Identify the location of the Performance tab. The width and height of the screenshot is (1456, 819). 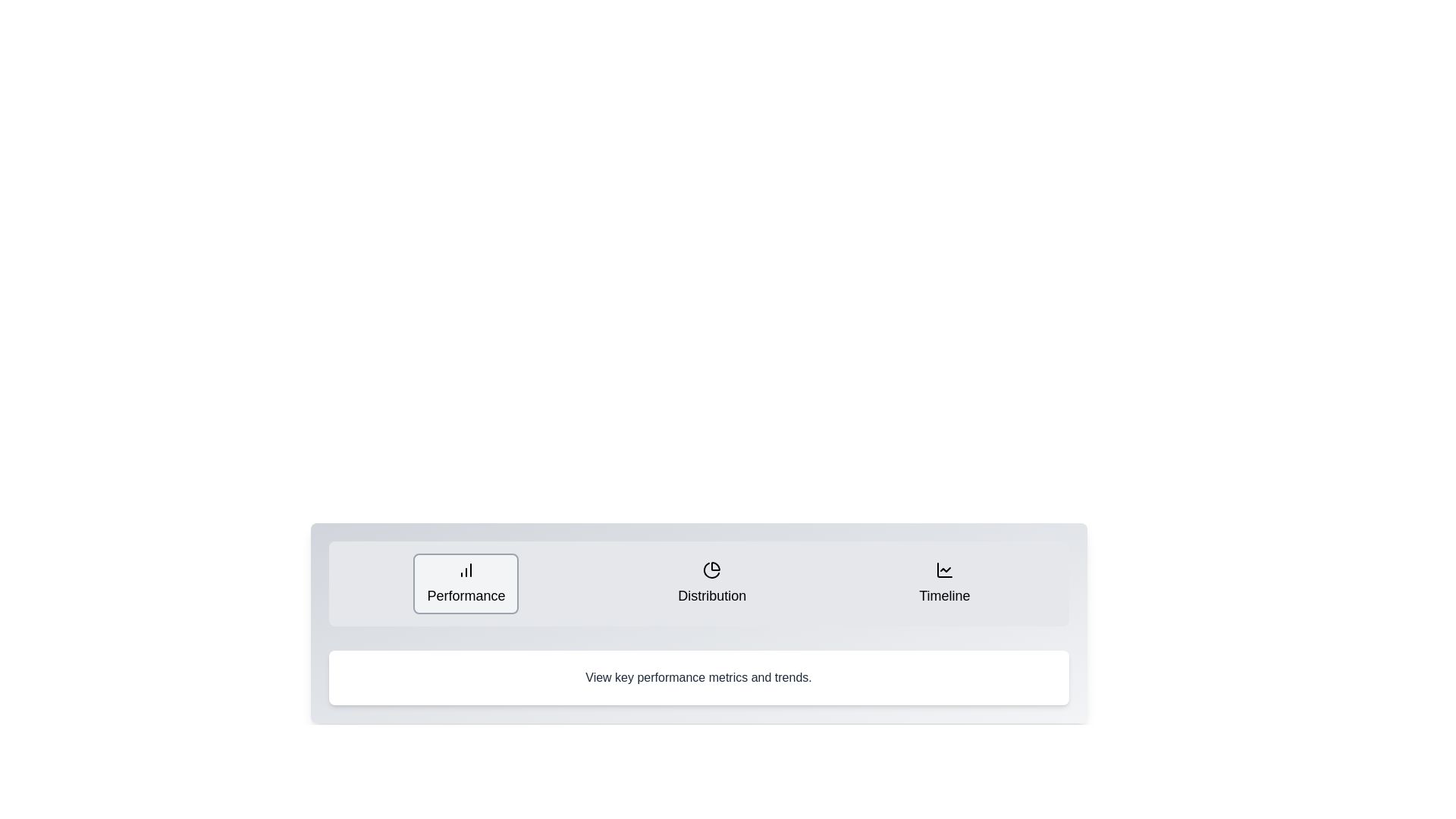
(465, 583).